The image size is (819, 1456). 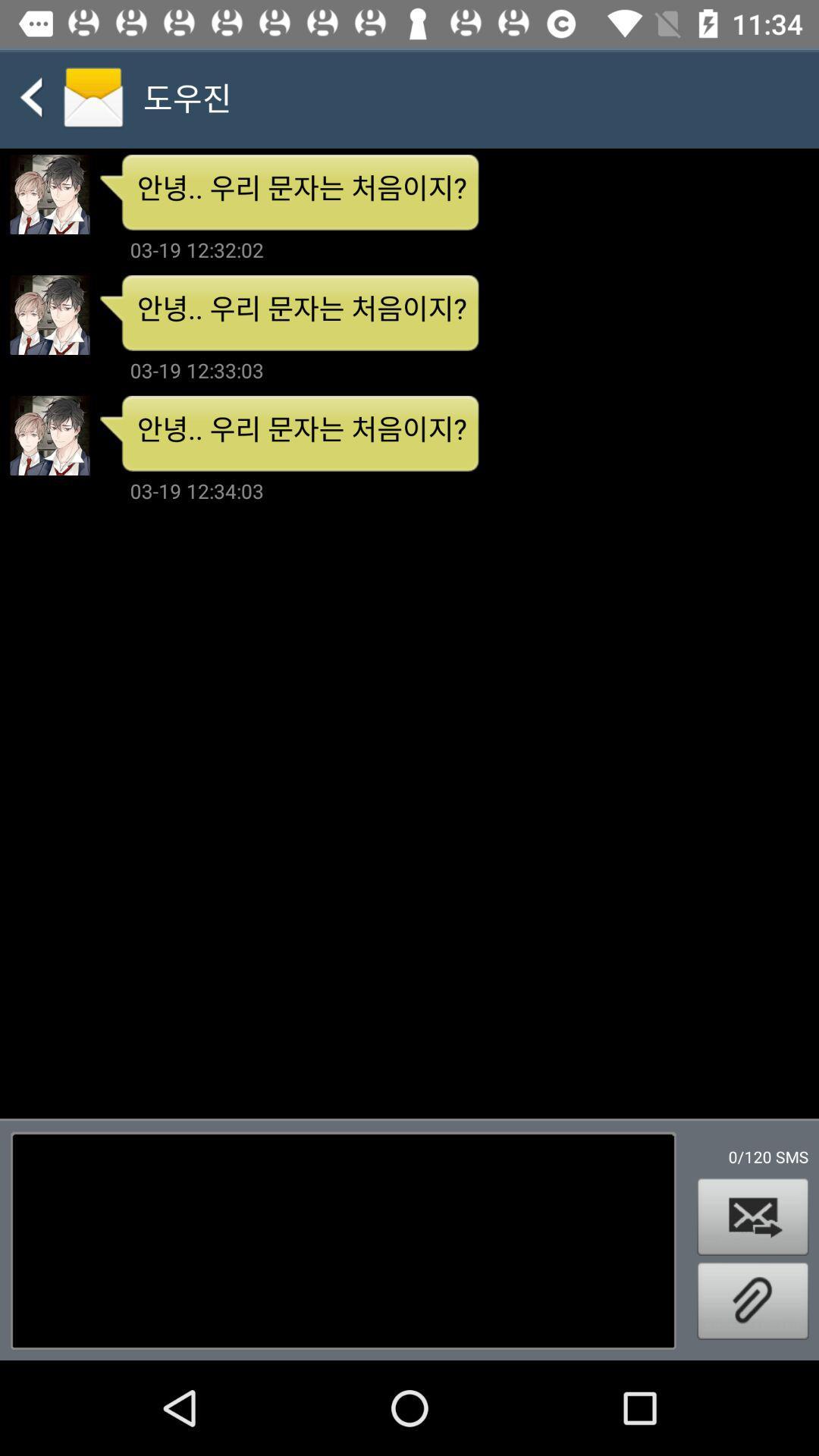 What do you see at coordinates (752, 1300) in the screenshot?
I see `the attach_file icon` at bounding box center [752, 1300].